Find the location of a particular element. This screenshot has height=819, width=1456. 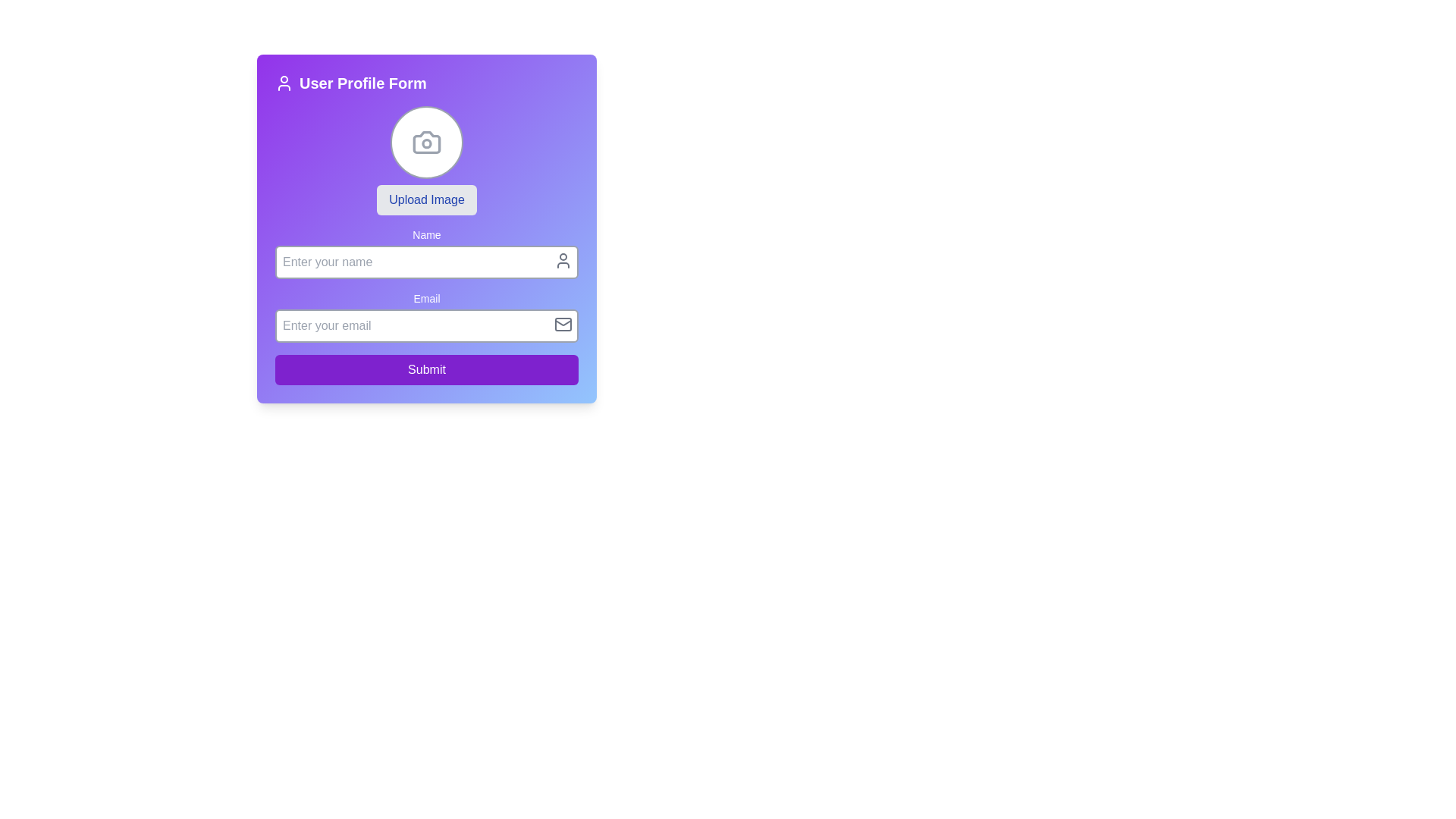

the 'Upload Image' button, which has a gray background and blue text, to observe its hover effect is located at coordinates (425, 199).